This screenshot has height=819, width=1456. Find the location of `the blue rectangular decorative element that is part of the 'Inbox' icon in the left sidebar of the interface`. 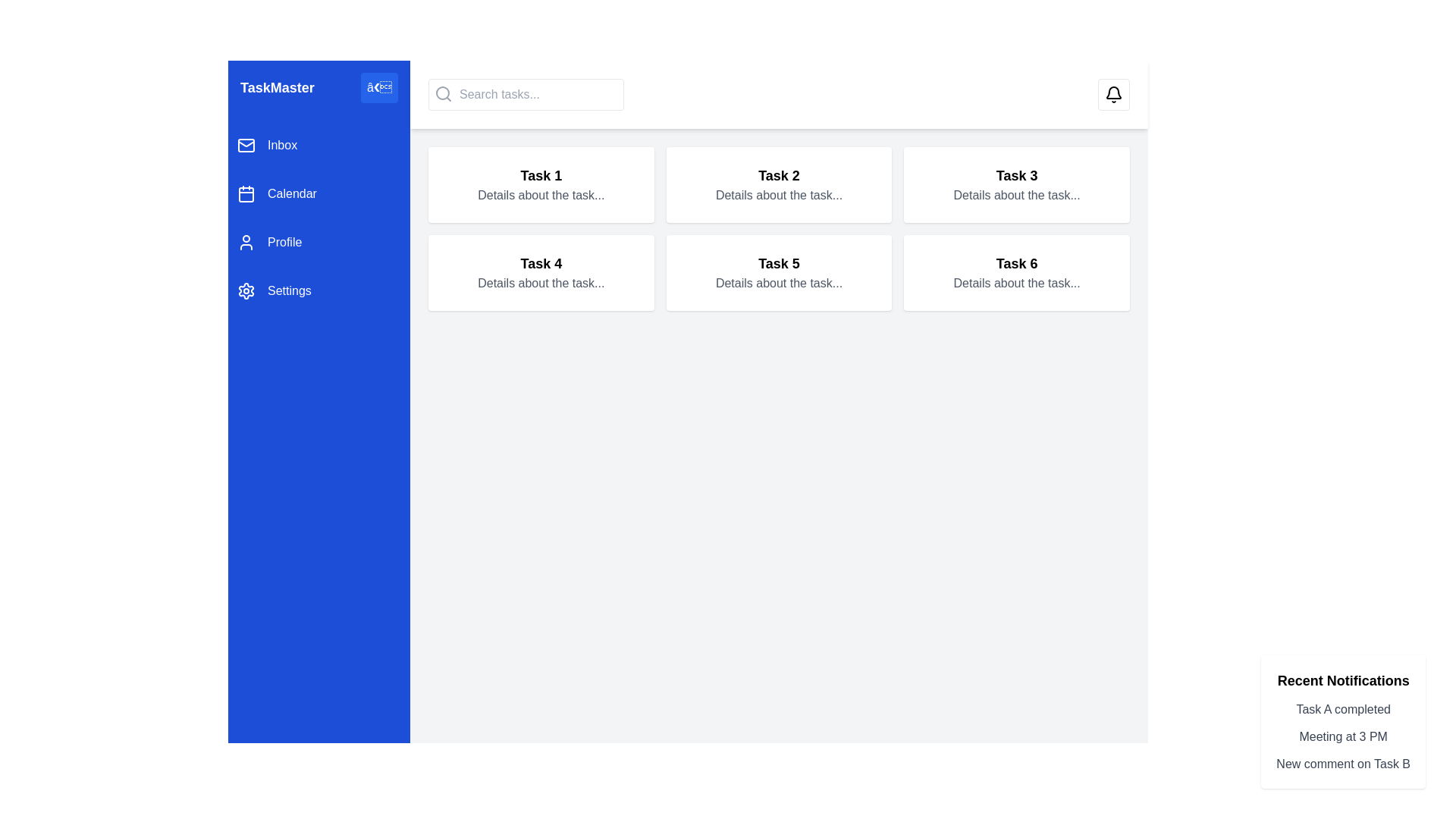

the blue rectangular decorative element that is part of the 'Inbox' icon in the left sidebar of the interface is located at coordinates (246, 146).